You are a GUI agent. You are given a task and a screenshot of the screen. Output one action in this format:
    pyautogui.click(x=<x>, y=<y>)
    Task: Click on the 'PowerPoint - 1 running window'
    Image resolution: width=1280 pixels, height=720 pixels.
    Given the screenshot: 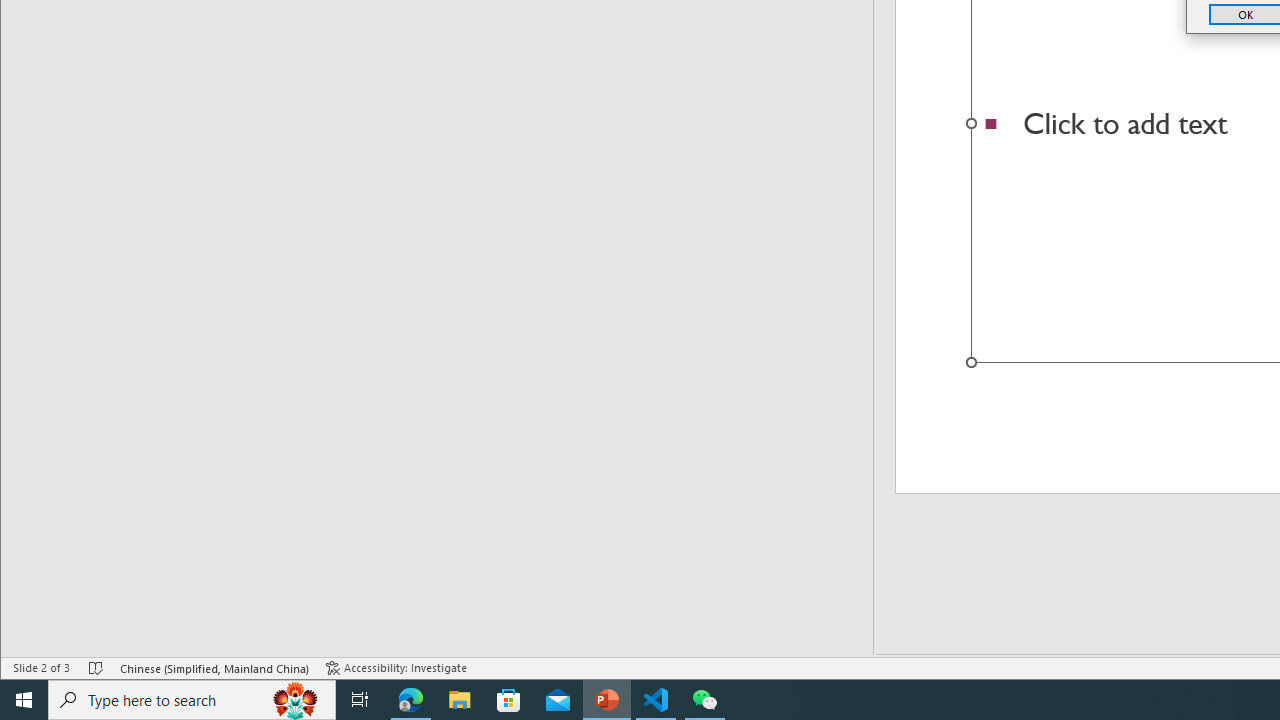 What is the action you would take?
    pyautogui.click(x=606, y=698)
    